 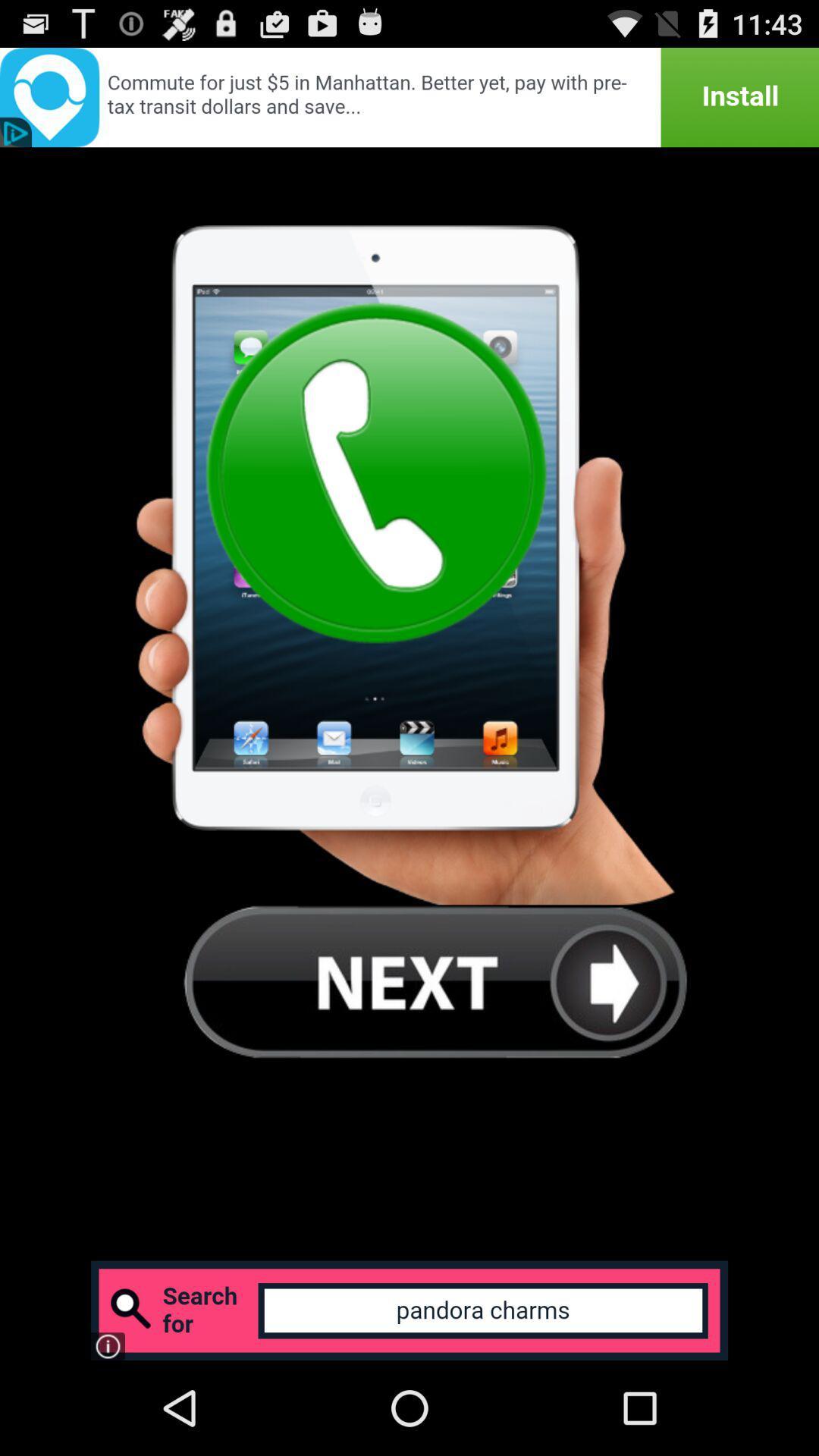 What do you see at coordinates (435, 981) in the screenshot?
I see `next` at bounding box center [435, 981].